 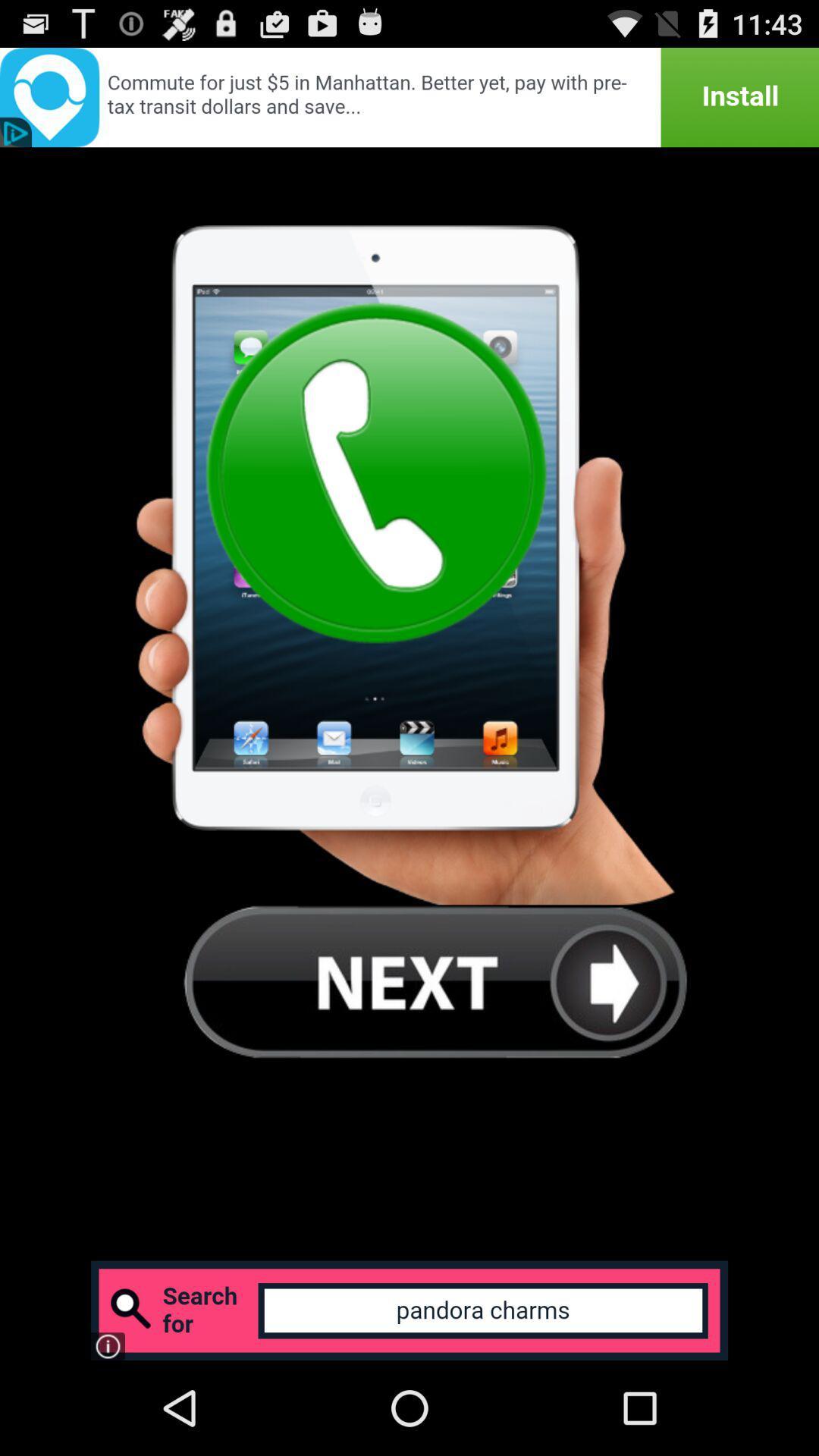 What do you see at coordinates (435, 981) in the screenshot?
I see `next` at bounding box center [435, 981].